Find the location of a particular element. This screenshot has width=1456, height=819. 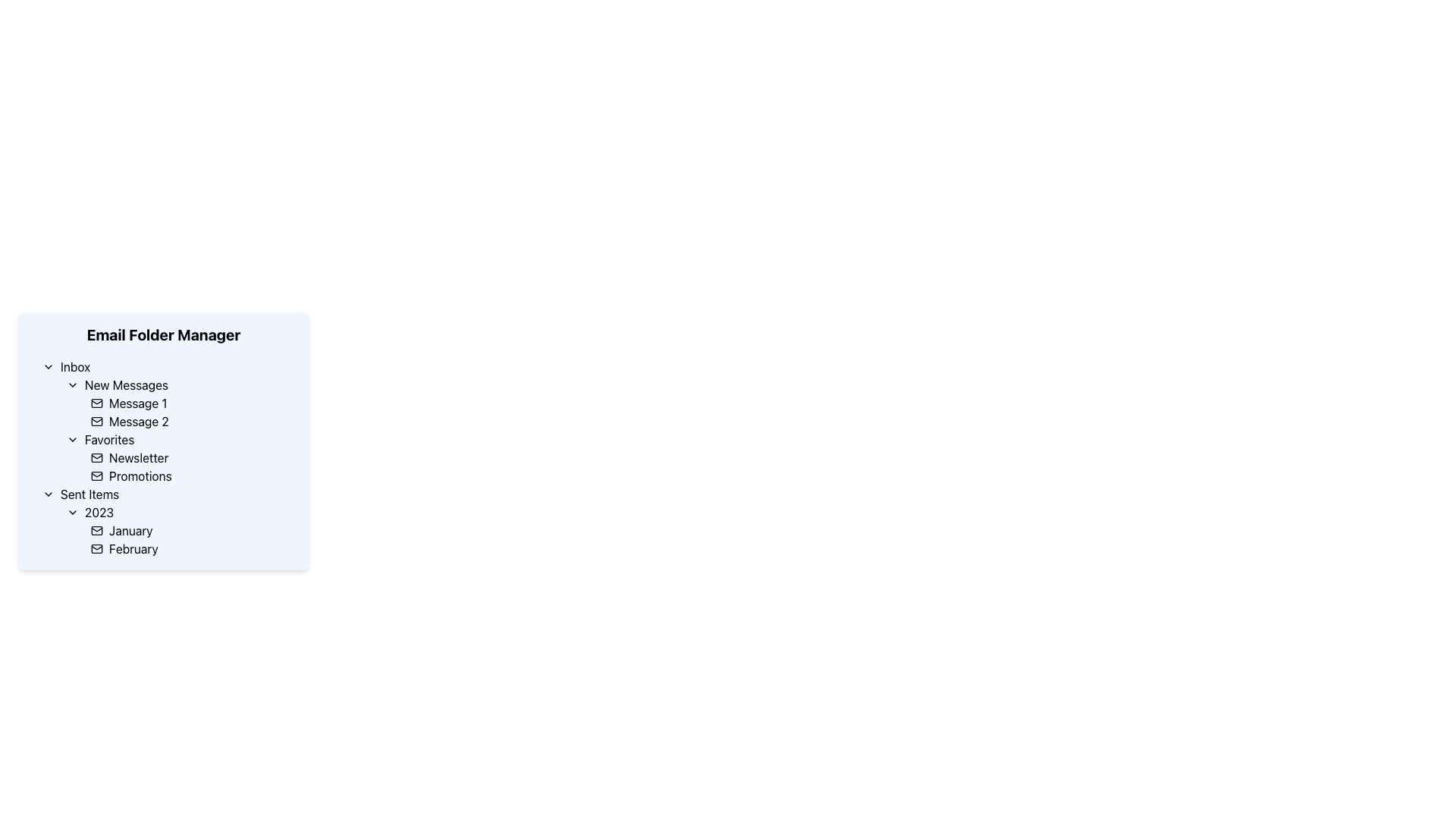

the 'Promotions' text label, which is the second item under the 'Favorites' category in the menu, following the 'Newsletter' option and associated with an envelope icon is located at coordinates (140, 475).